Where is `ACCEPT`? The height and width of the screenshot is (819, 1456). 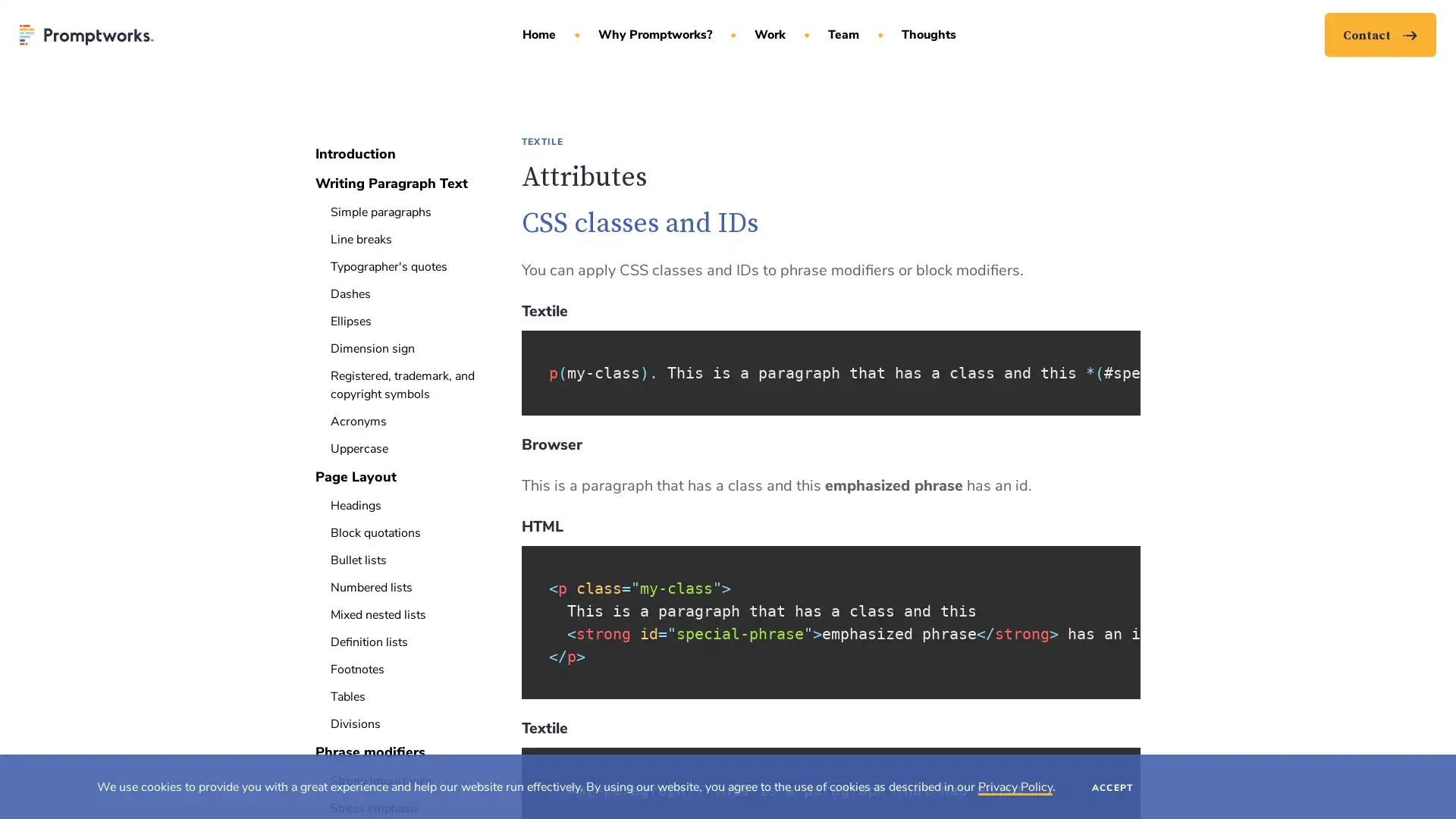 ACCEPT is located at coordinates (1112, 786).